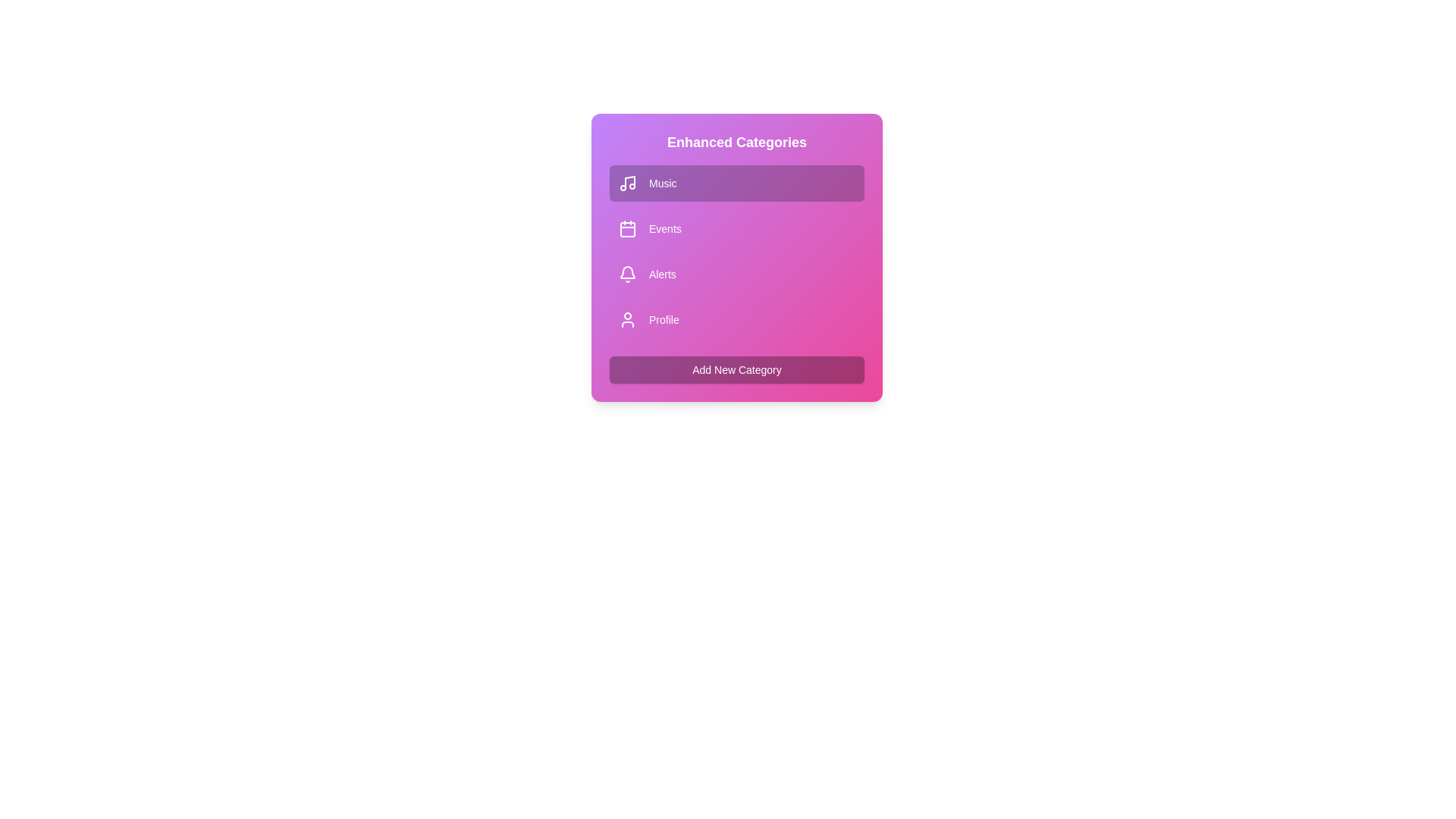  What do you see at coordinates (736, 370) in the screenshot?
I see `the 'Add New Category' button` at bounding box center [736, 370].